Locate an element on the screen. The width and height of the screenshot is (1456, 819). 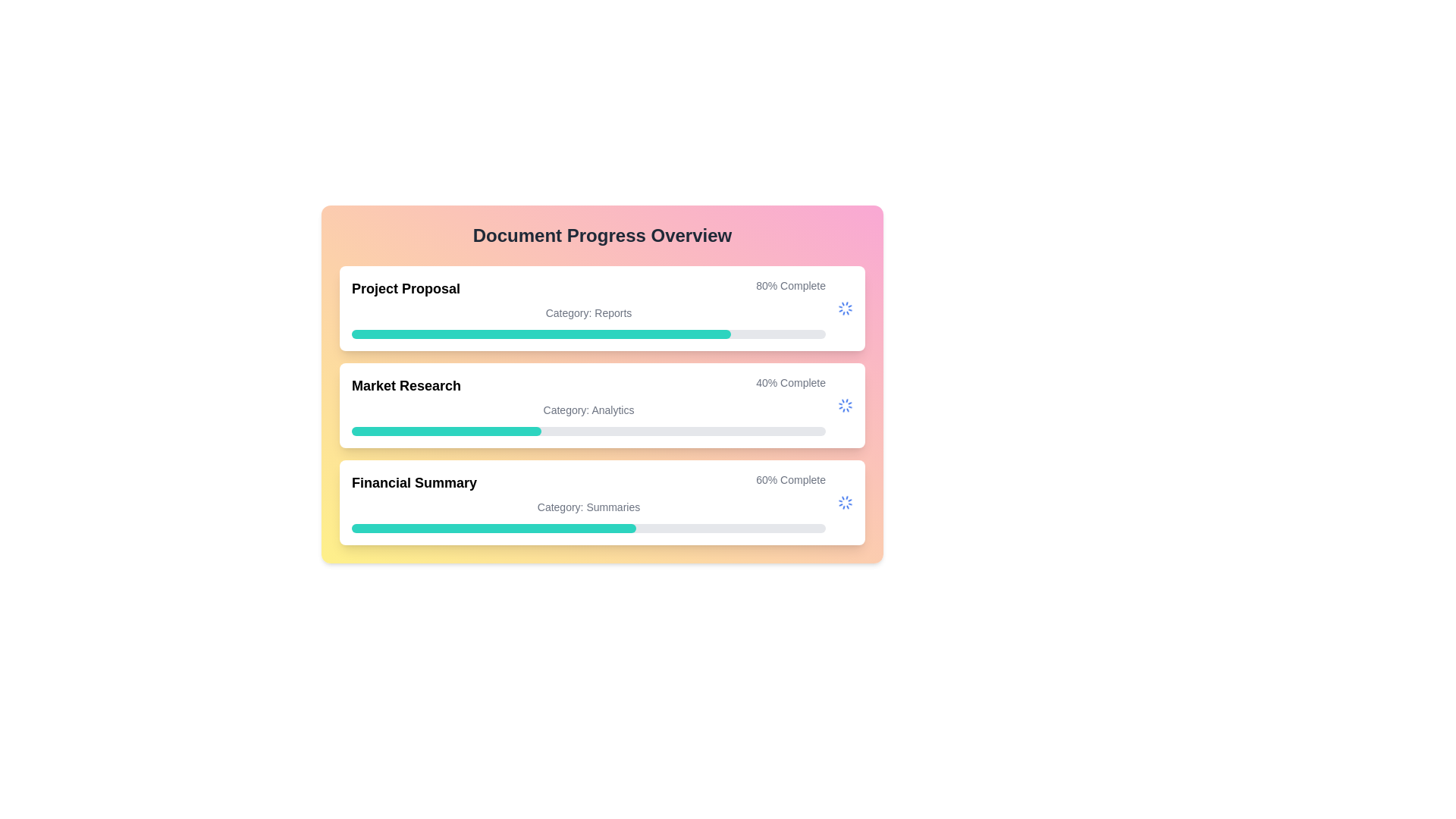
the static text label that indicates the percentage completion of the 'Financial Summary' task, located within the 'Document Progress Overview' section is located at coordinates (790, 482).